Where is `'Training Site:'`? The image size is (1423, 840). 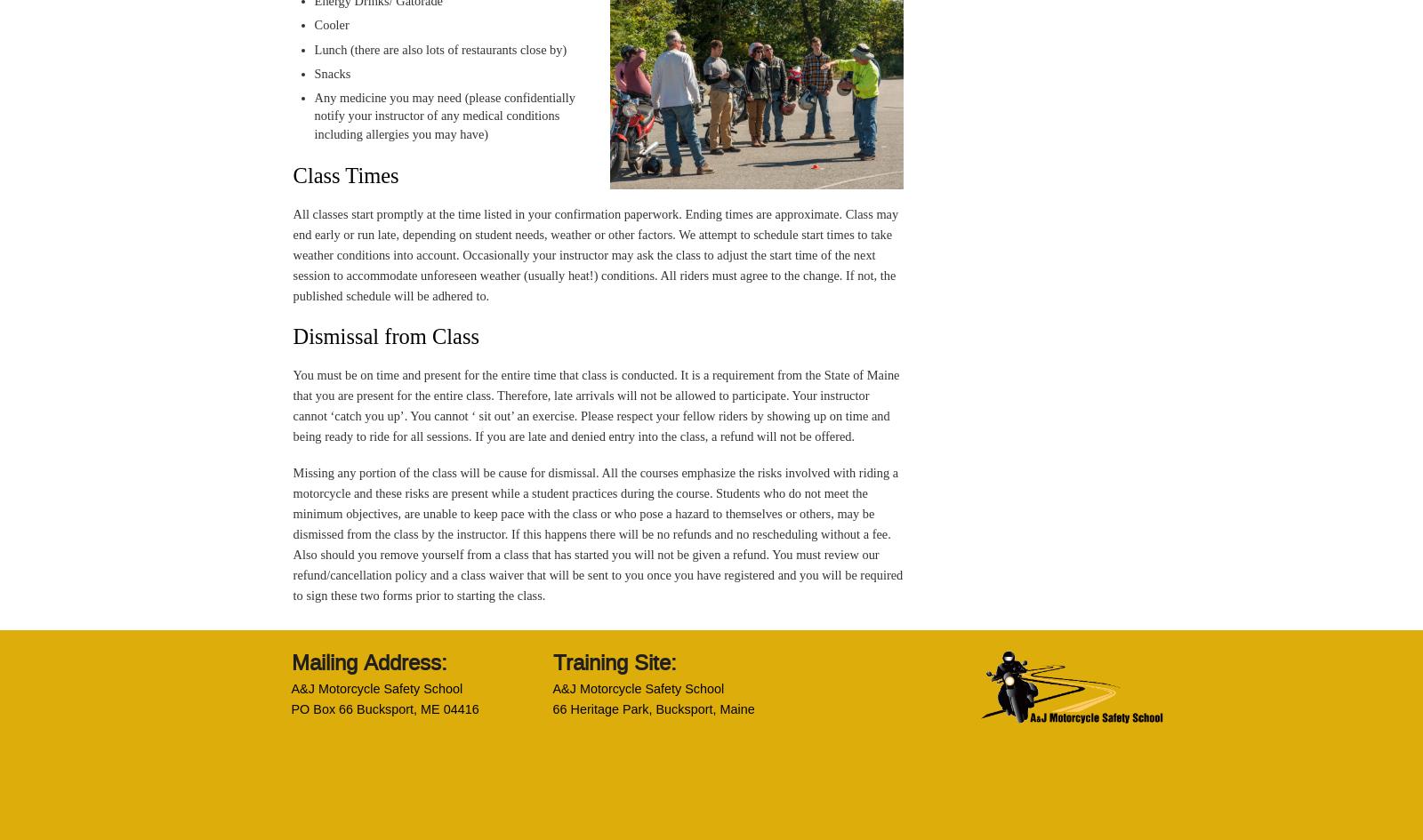 'Training Site:' is located at coordinates (614, 661).